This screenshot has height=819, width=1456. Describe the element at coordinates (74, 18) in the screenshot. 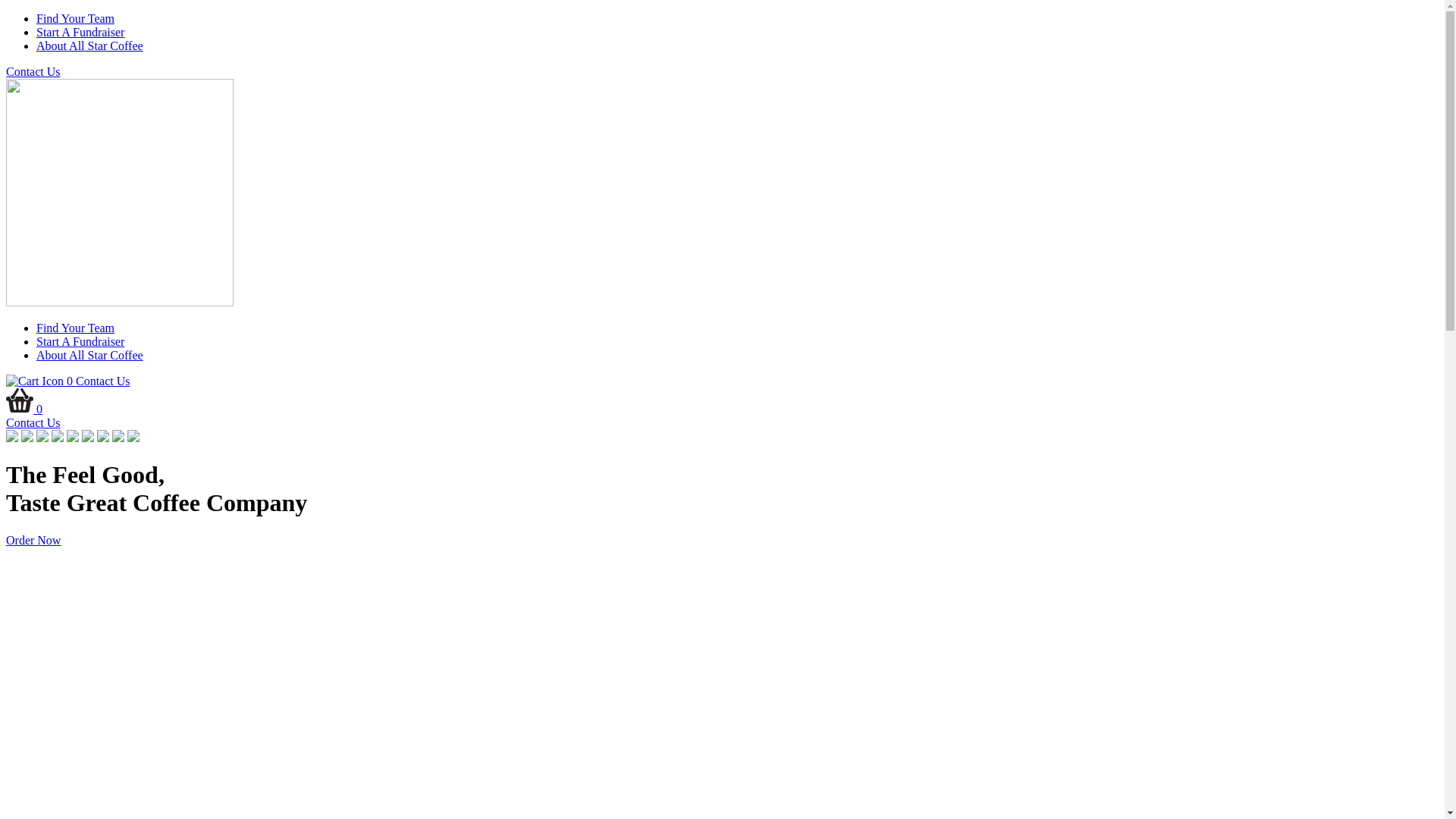

I see `'Find Your Team'` at that location.